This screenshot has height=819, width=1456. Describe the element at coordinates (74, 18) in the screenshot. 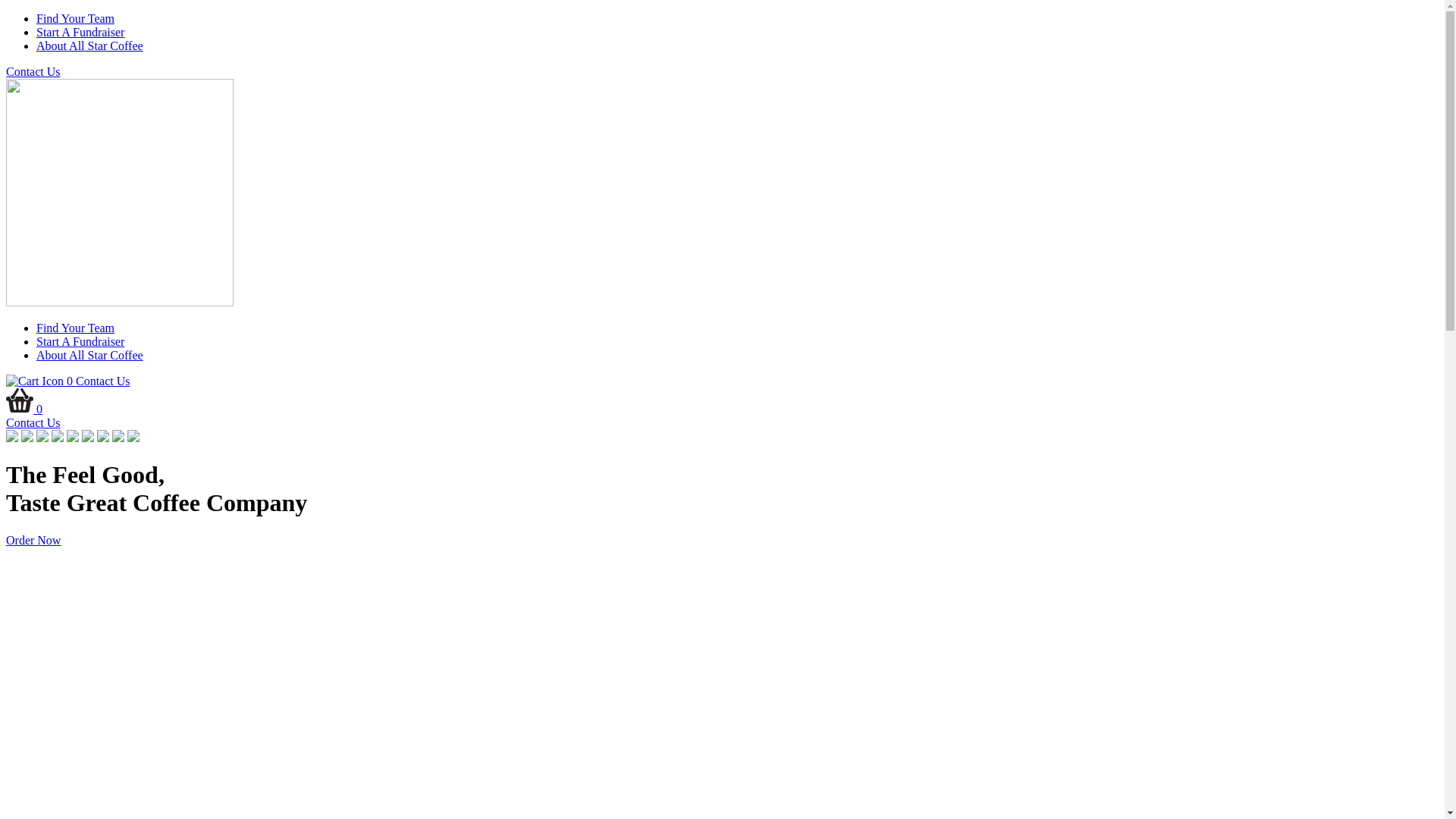

I see `'Find Your Team'` at that location.